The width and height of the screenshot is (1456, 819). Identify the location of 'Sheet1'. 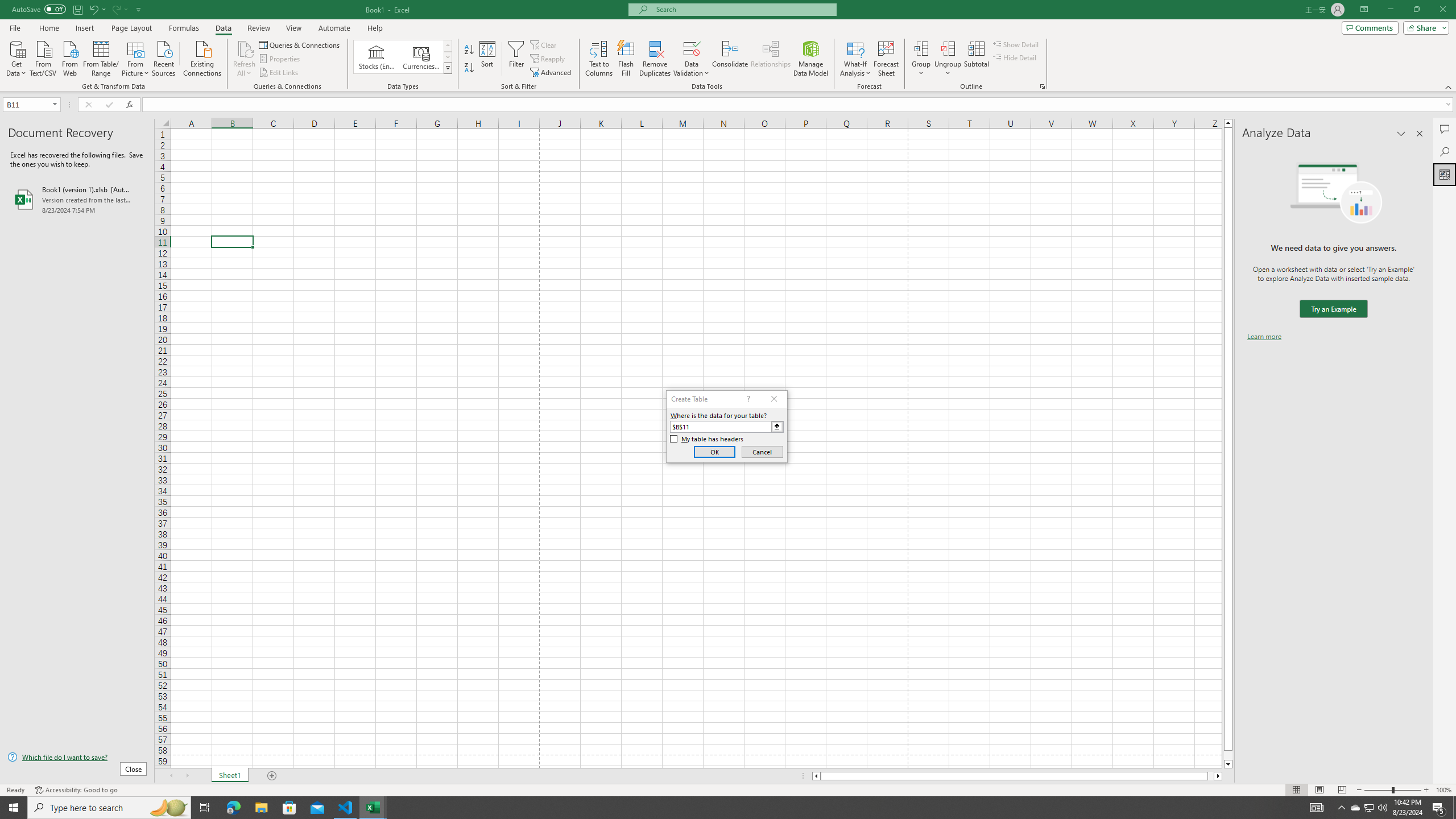
(229, 775).